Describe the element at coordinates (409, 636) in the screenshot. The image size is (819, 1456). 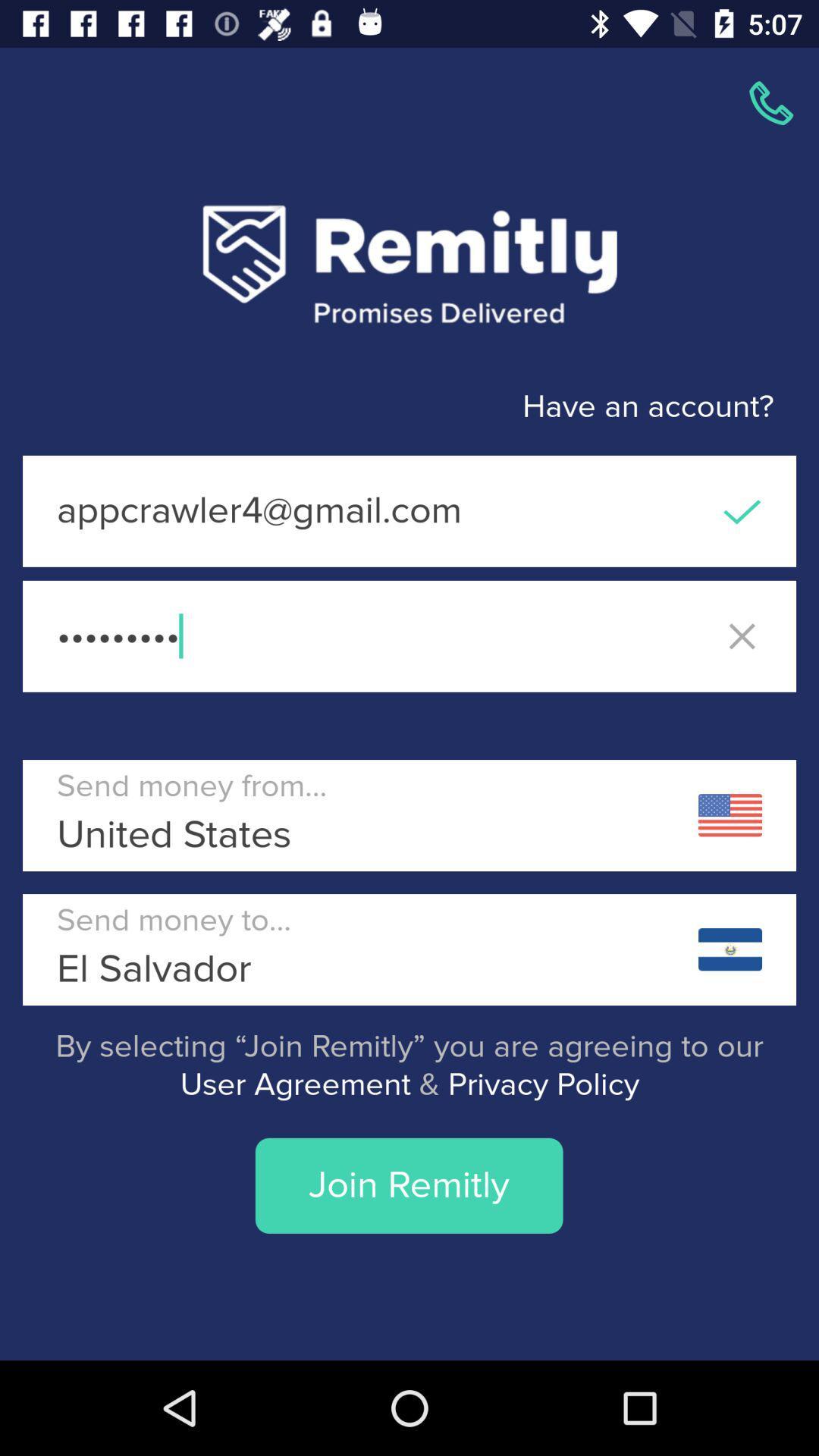
I see `the item below appcrawler4@gmail.com item` at that location.